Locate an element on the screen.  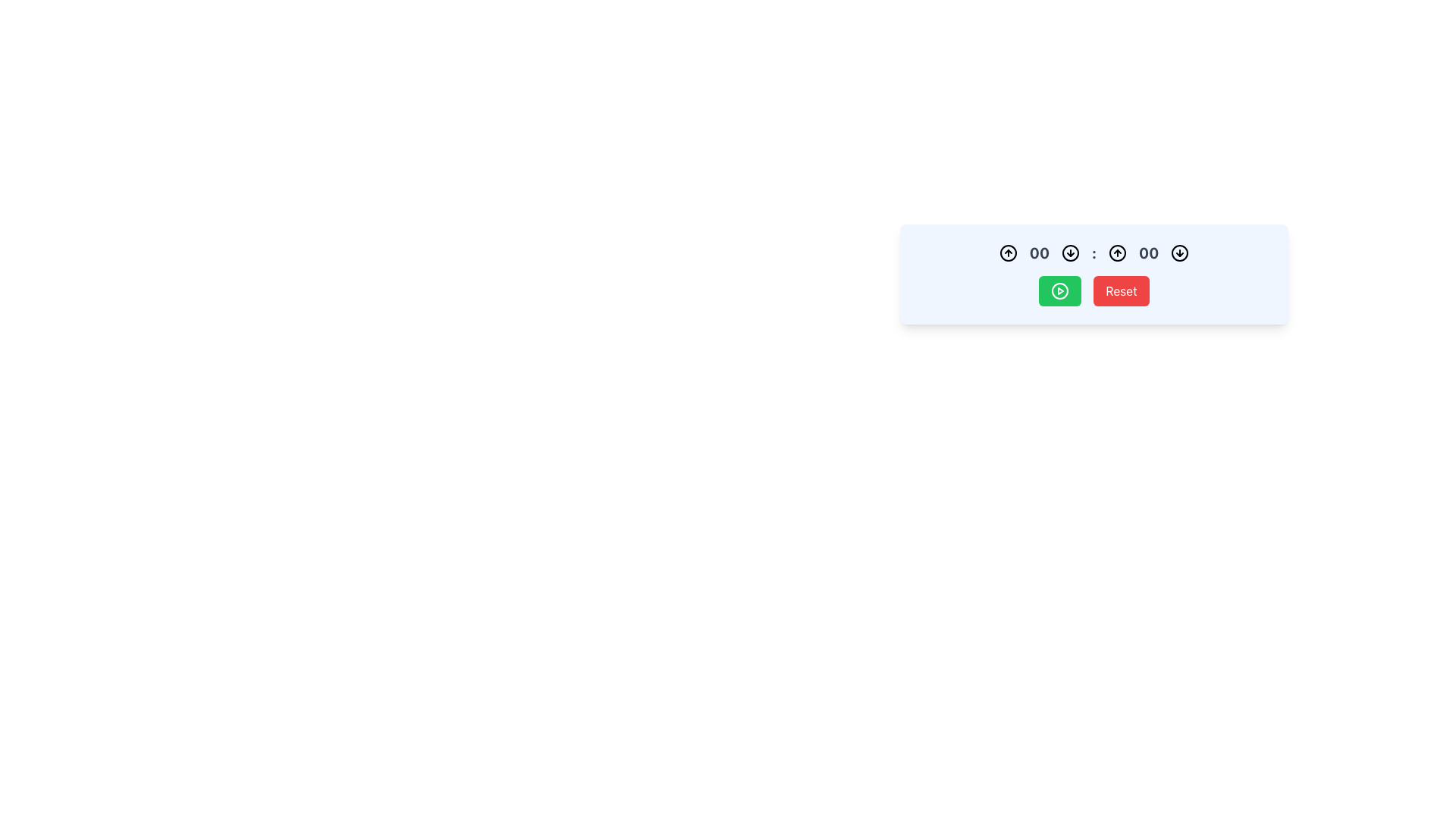
the circular icon with an upward arrow, which is the fifth element in the horizontal sequence, located to the right of the ':' symbol and between two '00' labels is located at coordinates (1117, 253).